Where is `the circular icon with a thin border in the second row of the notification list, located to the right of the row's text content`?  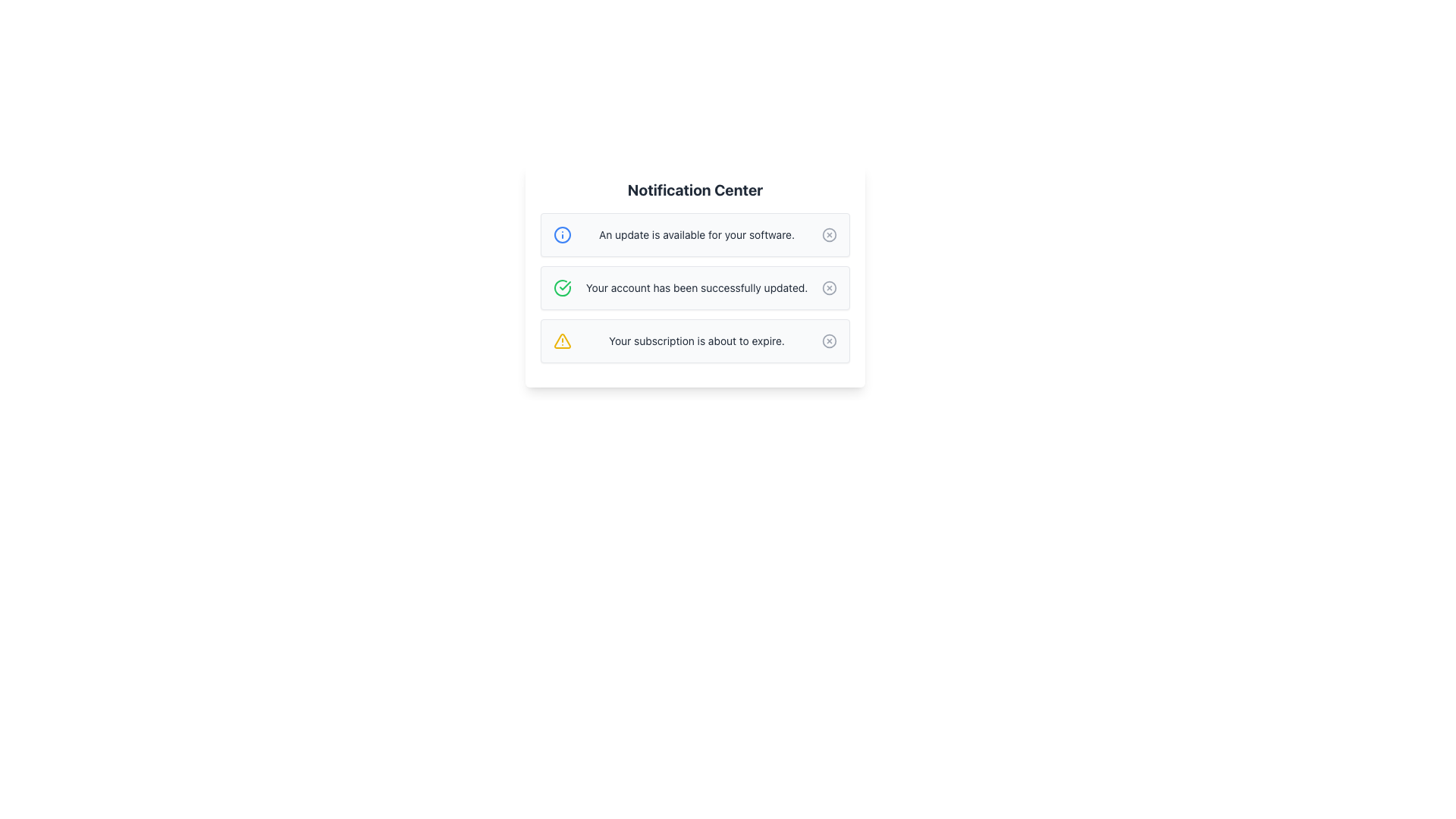 the circular icon with a thin border in the second row of the notification list, located to the right of the row's text content is located at coordinates (829, 288).